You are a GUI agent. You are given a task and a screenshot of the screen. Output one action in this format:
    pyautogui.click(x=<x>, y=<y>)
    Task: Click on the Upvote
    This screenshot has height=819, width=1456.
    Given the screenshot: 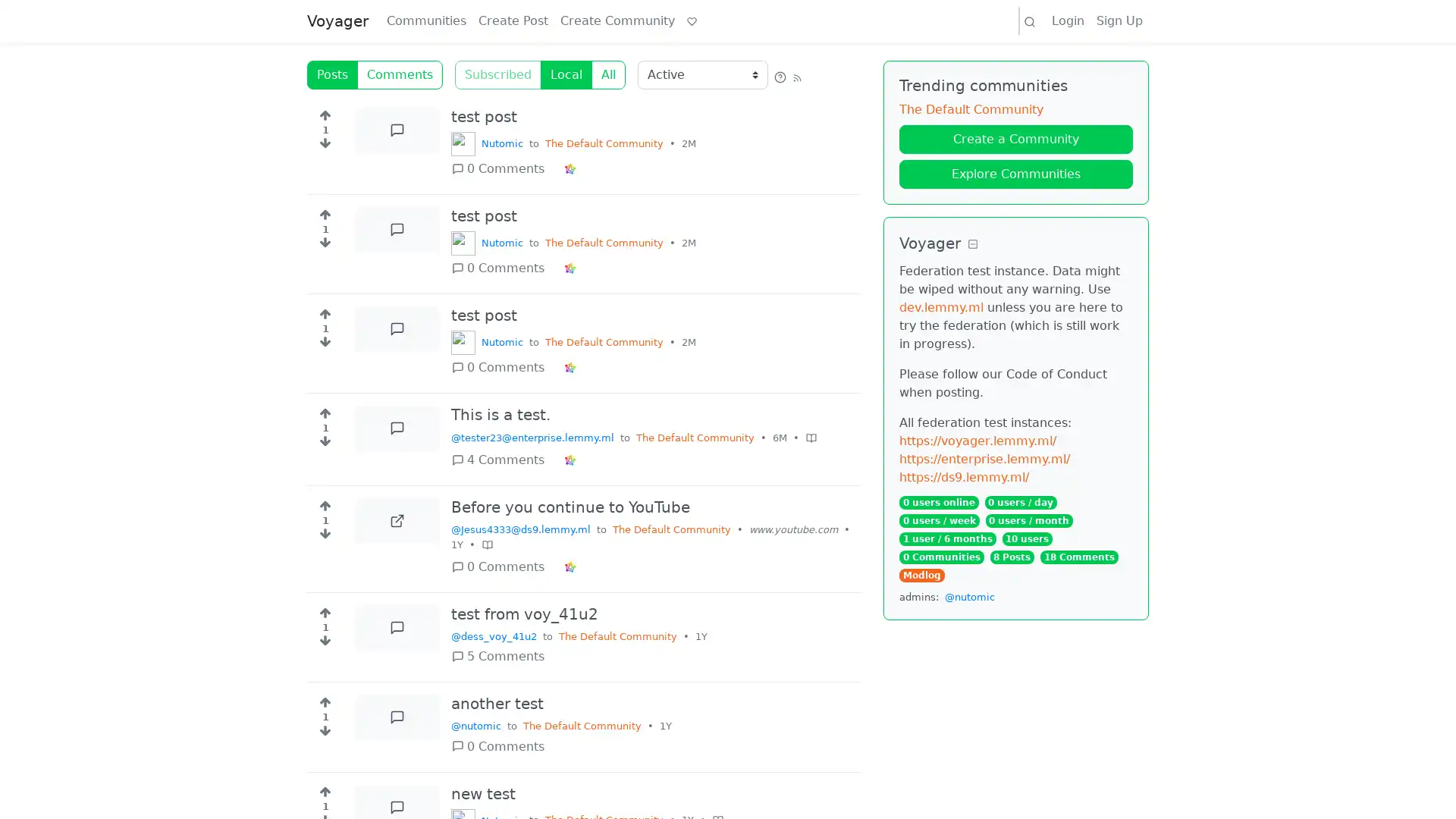 What is the action you would take?
    pyautogui.click(x=324, y=111)
    